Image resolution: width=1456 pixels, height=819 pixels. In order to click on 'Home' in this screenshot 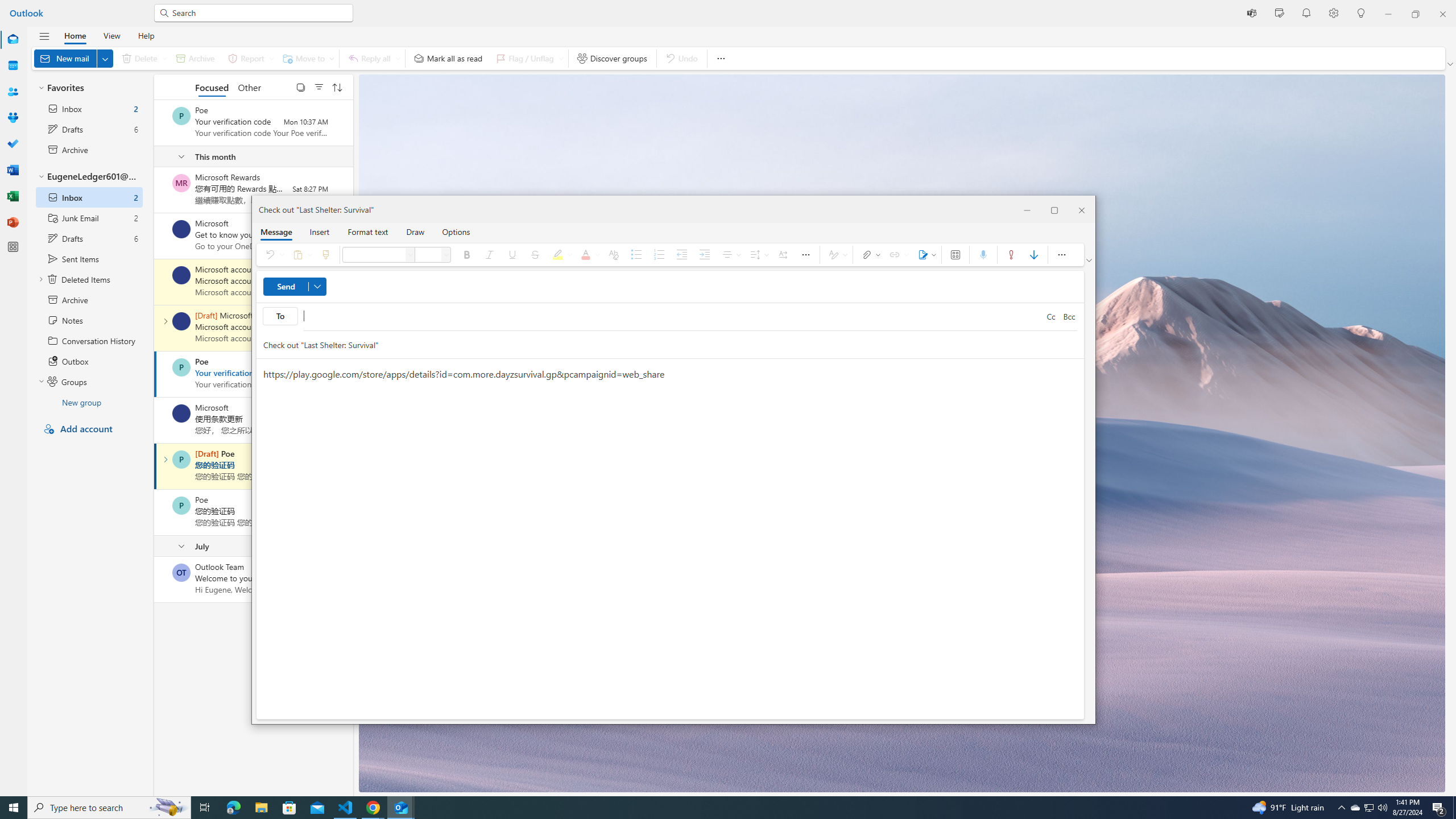, I will do `click(74, 35)`.